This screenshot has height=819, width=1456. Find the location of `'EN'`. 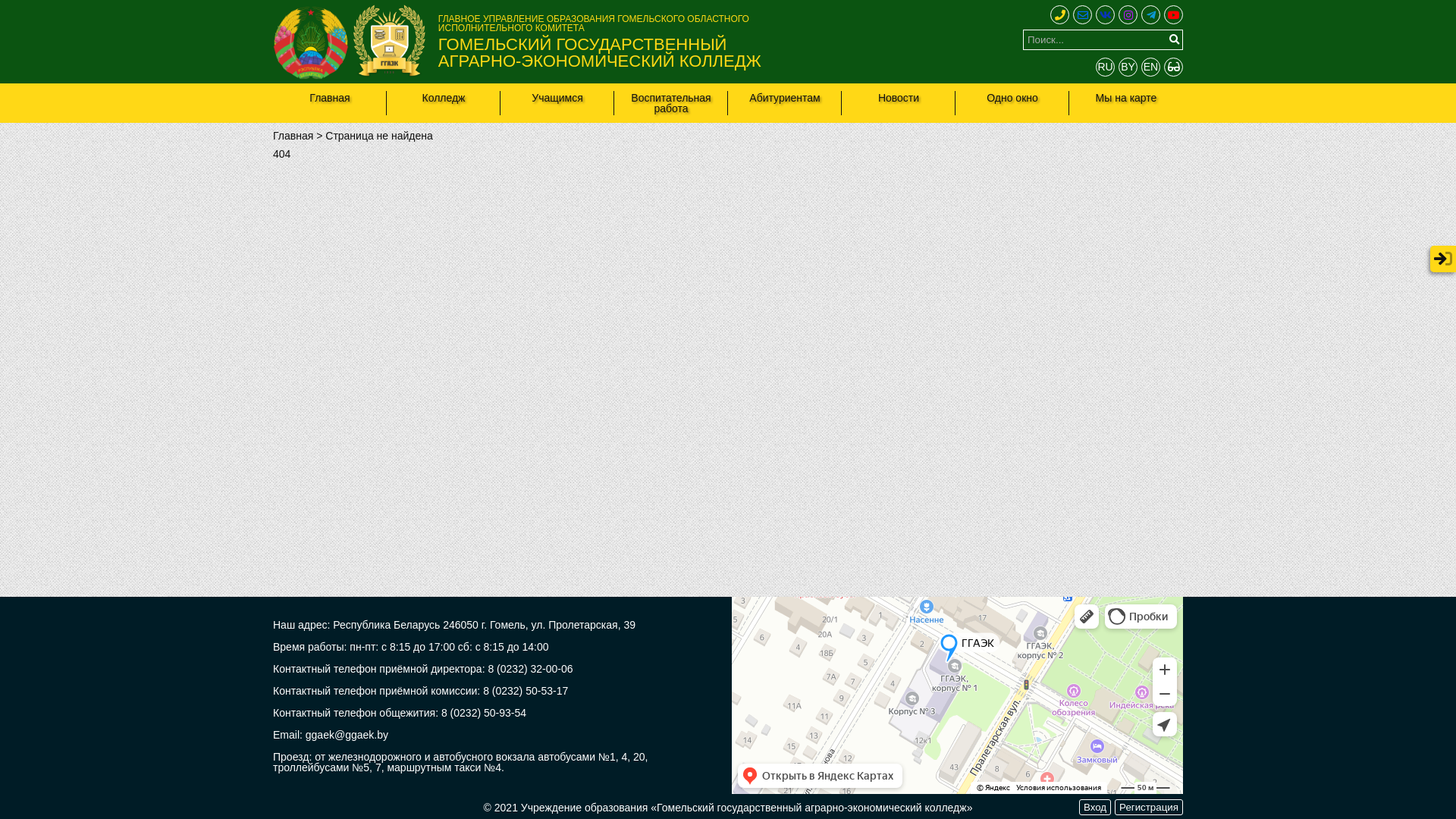

'EN' is located at coordinates (1150, 66).